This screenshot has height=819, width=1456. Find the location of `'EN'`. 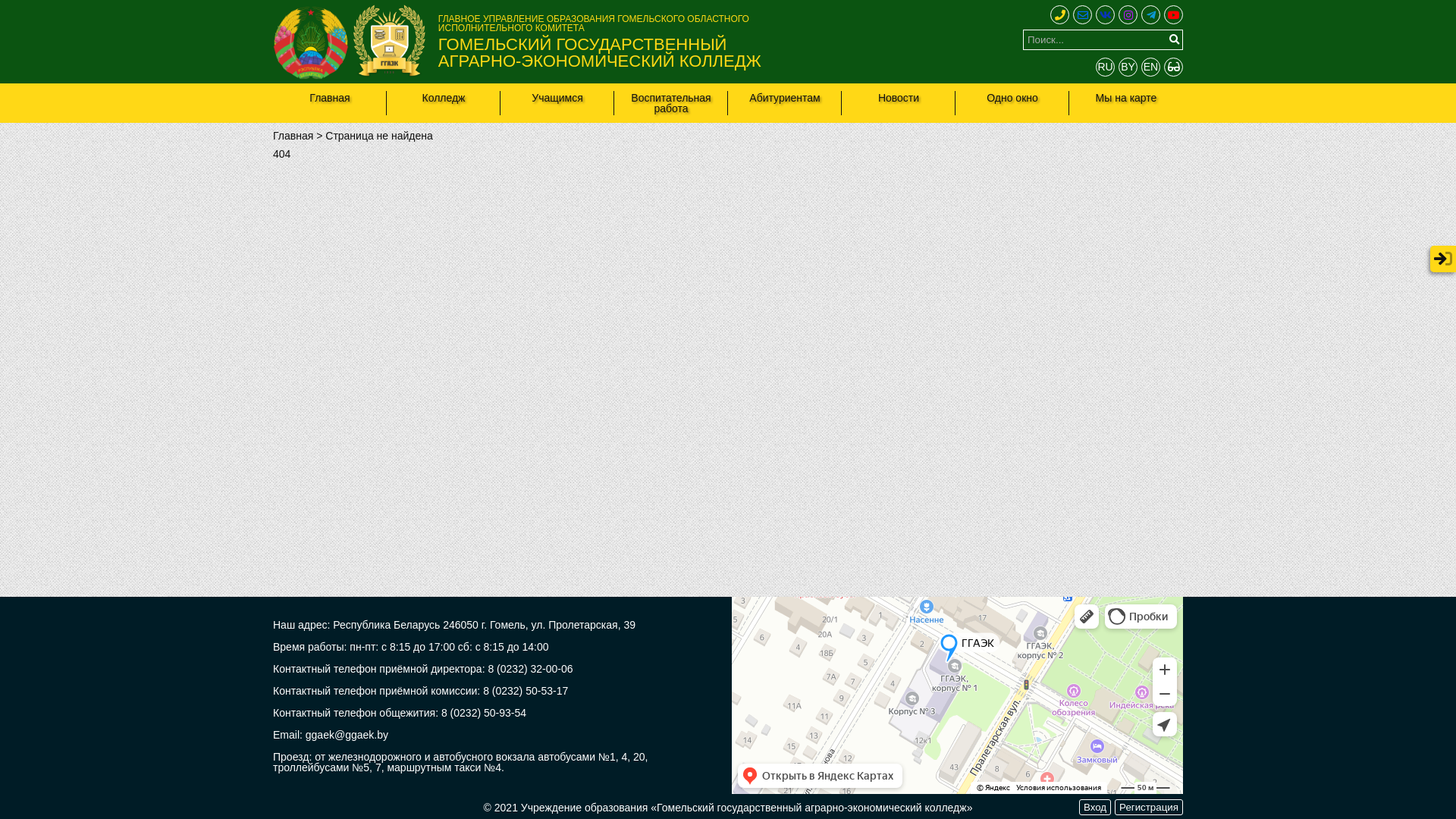

'EN' is located at coordinates (1150, 66).